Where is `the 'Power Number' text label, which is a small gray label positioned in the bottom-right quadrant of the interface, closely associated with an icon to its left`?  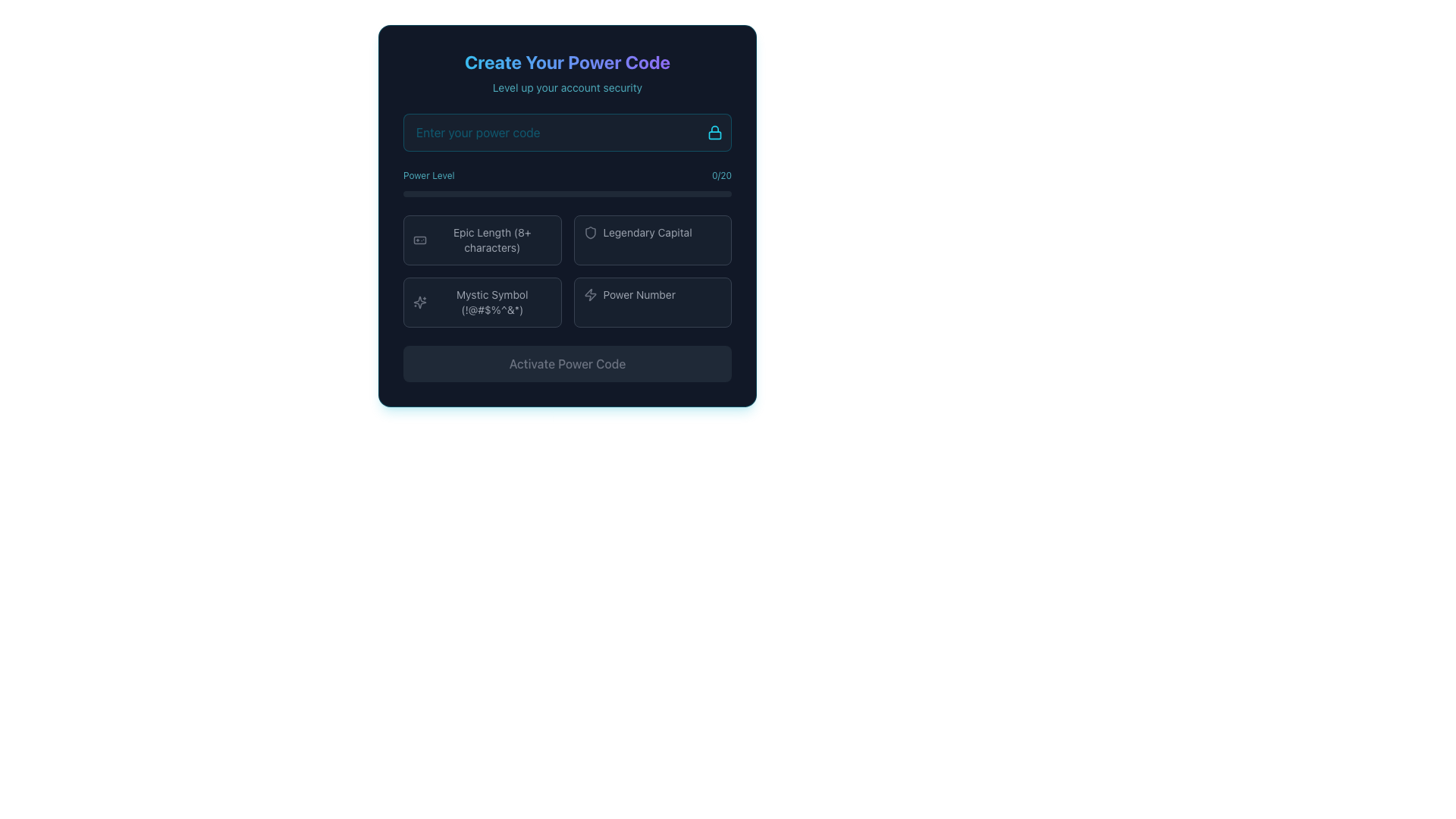 the 'Power Number' text label, which is a small gray label positioned in the bottom-right quadrant of the interface, closely associated with an icon to its left is located at coordinates (639, 295).